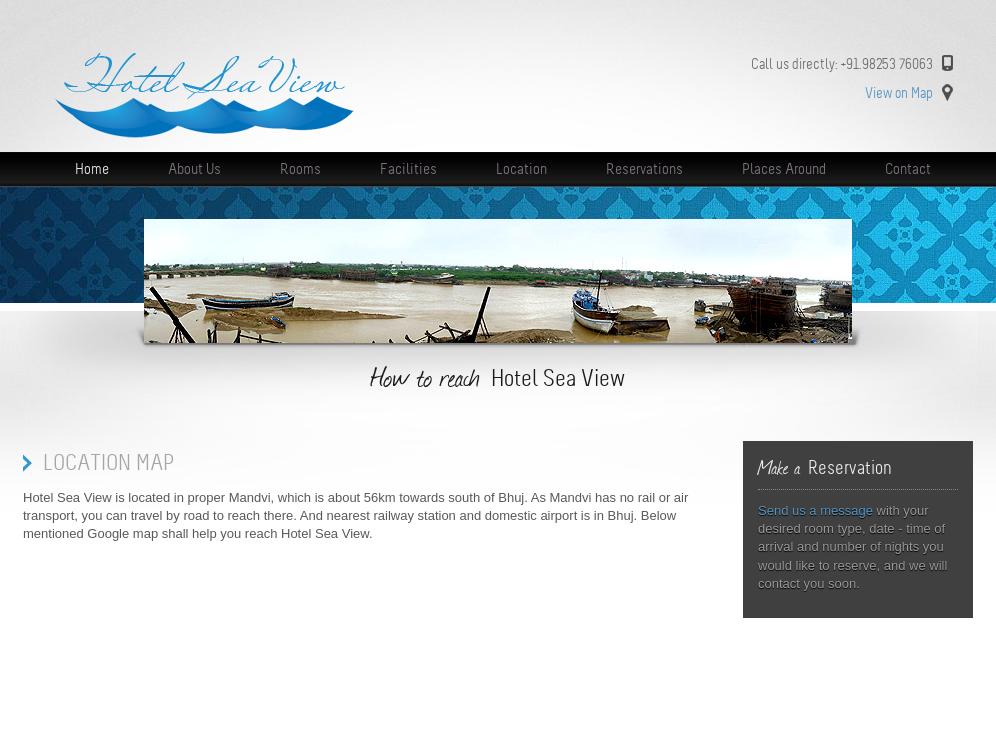 Image resolution: width=996 pixels, height=755 pixels. Describe the element at coordinates (802, 467) in the screenshot. I see `'Reservation'` at that location.